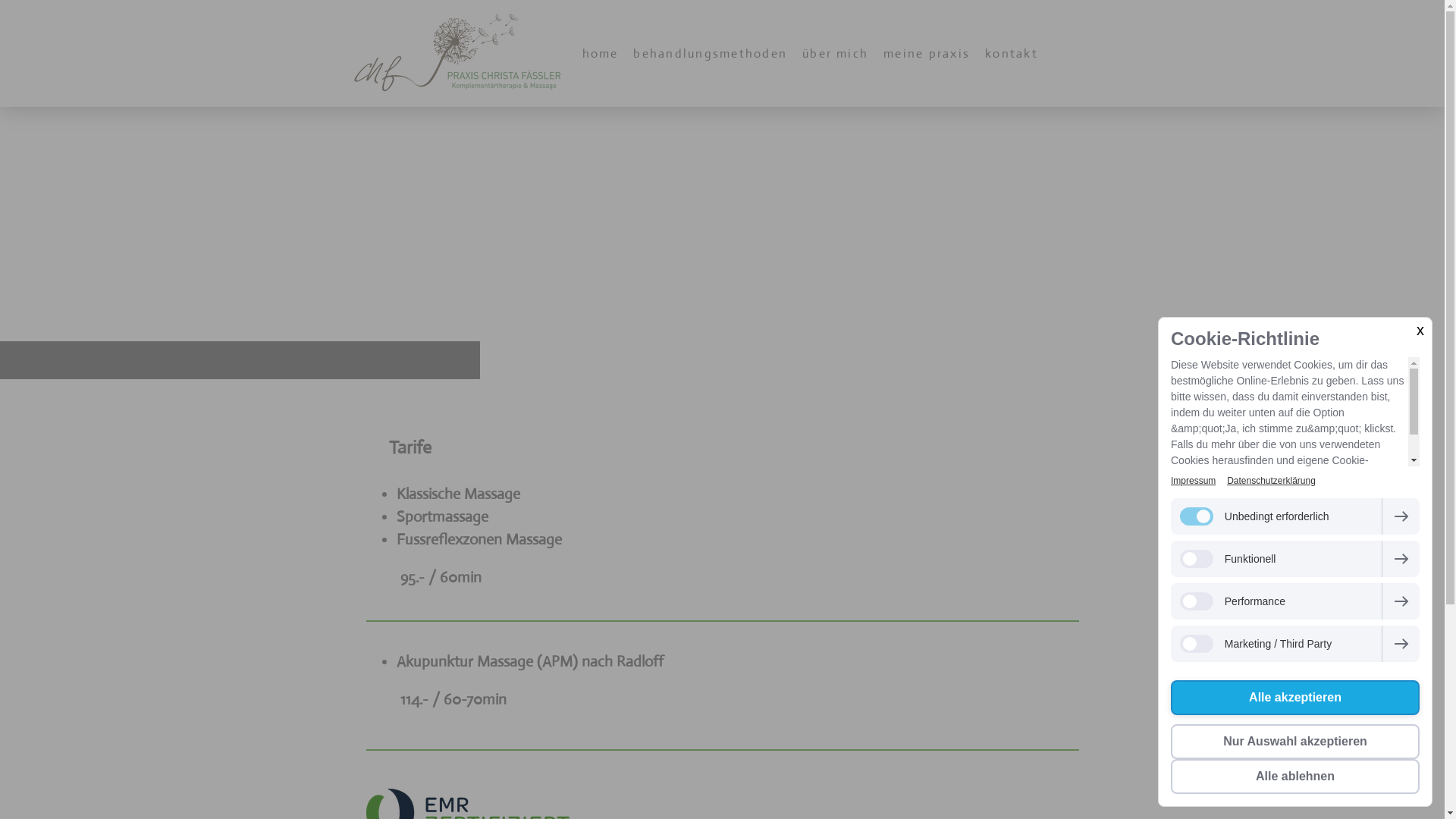 The height and width of the screenshot is (819, 1456). Describe the element at coordinates (1294, 698) in the screenshot. I see `'Alle akzeptieren'` at that location.